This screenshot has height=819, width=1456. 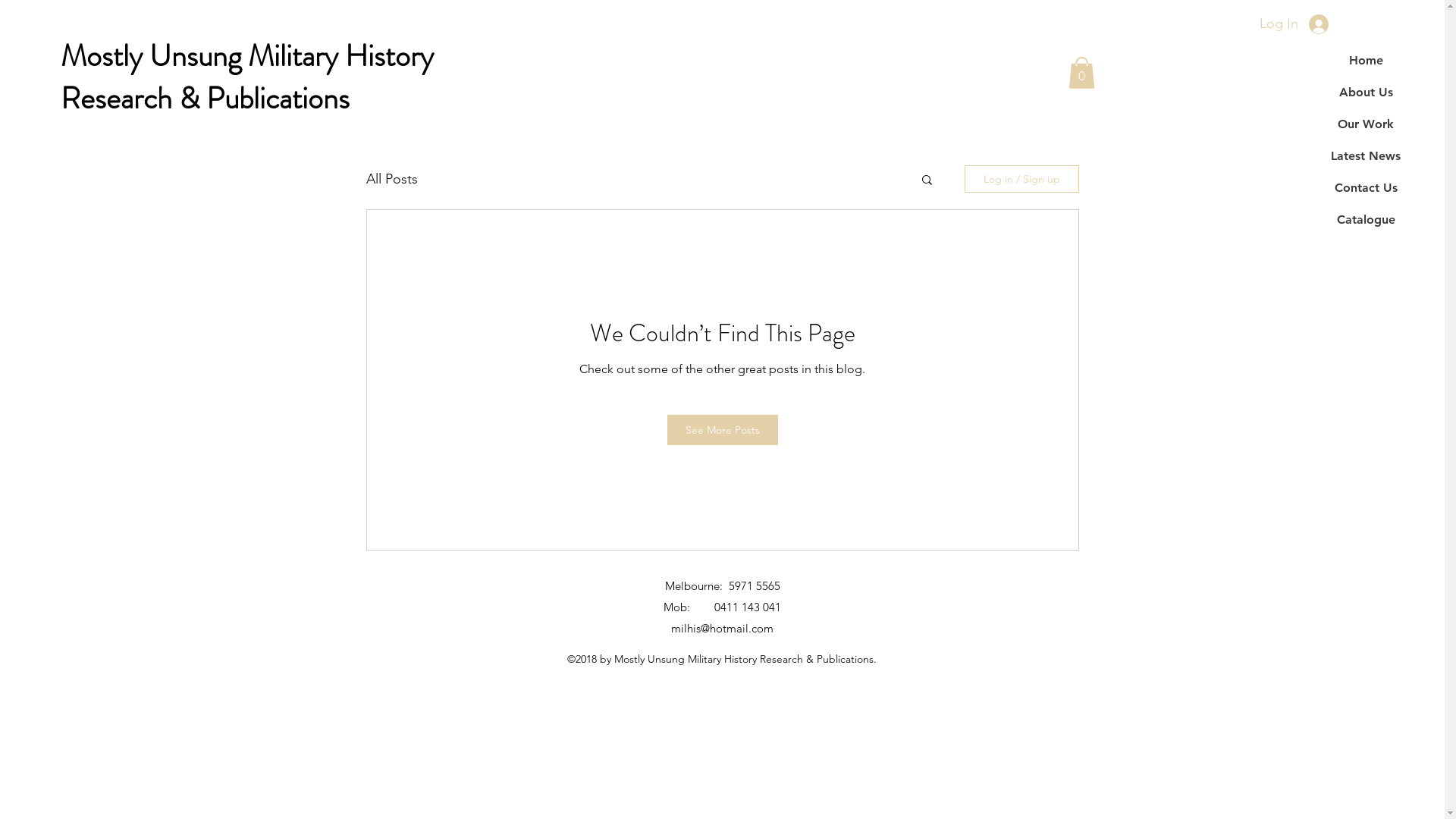 What do you see at coordinates (391, 177) in the screenshot?
I see `'All Posts'` at bounding box center [391, 177].